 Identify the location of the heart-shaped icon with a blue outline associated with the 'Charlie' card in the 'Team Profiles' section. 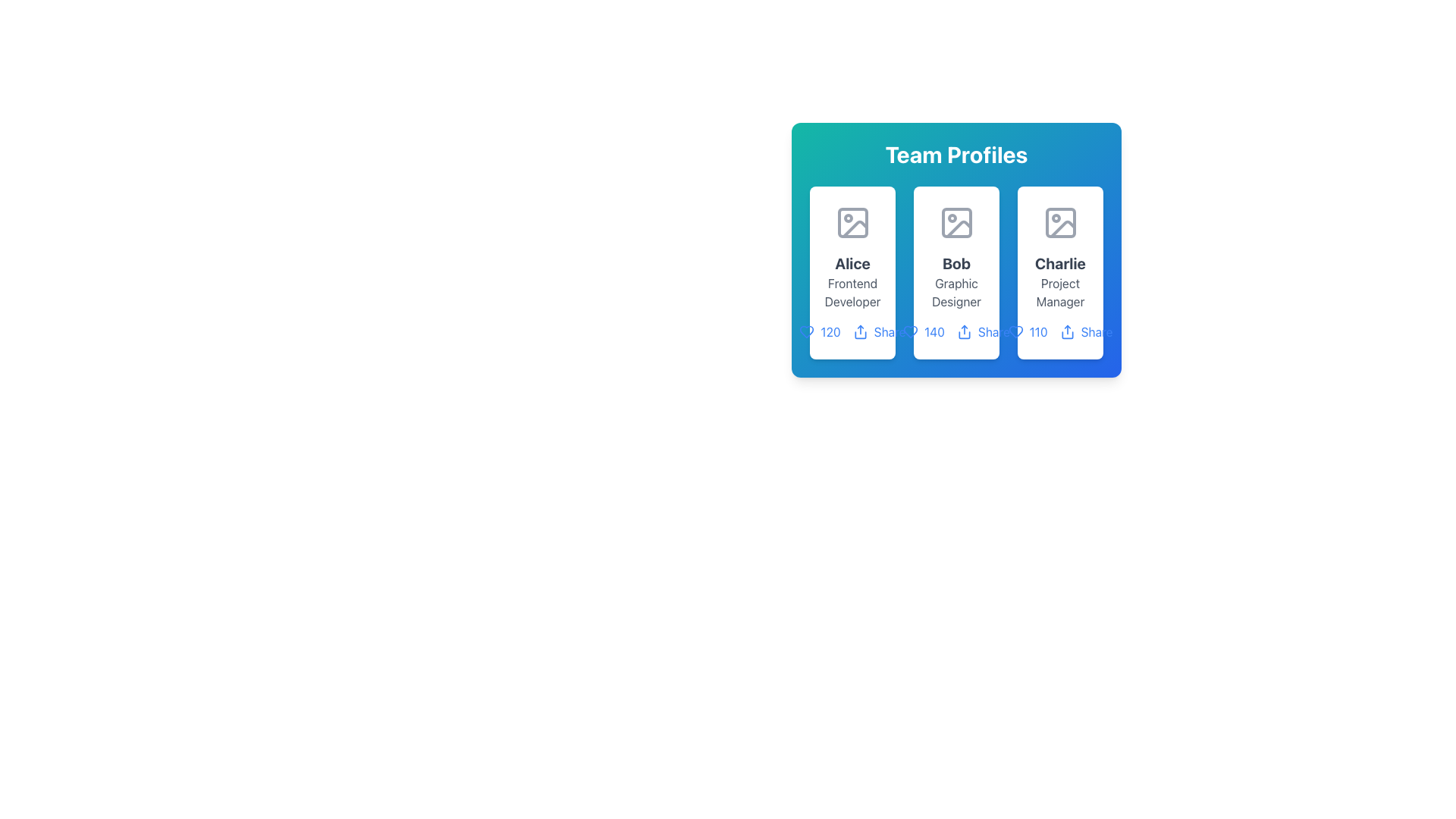
(1015, 331).